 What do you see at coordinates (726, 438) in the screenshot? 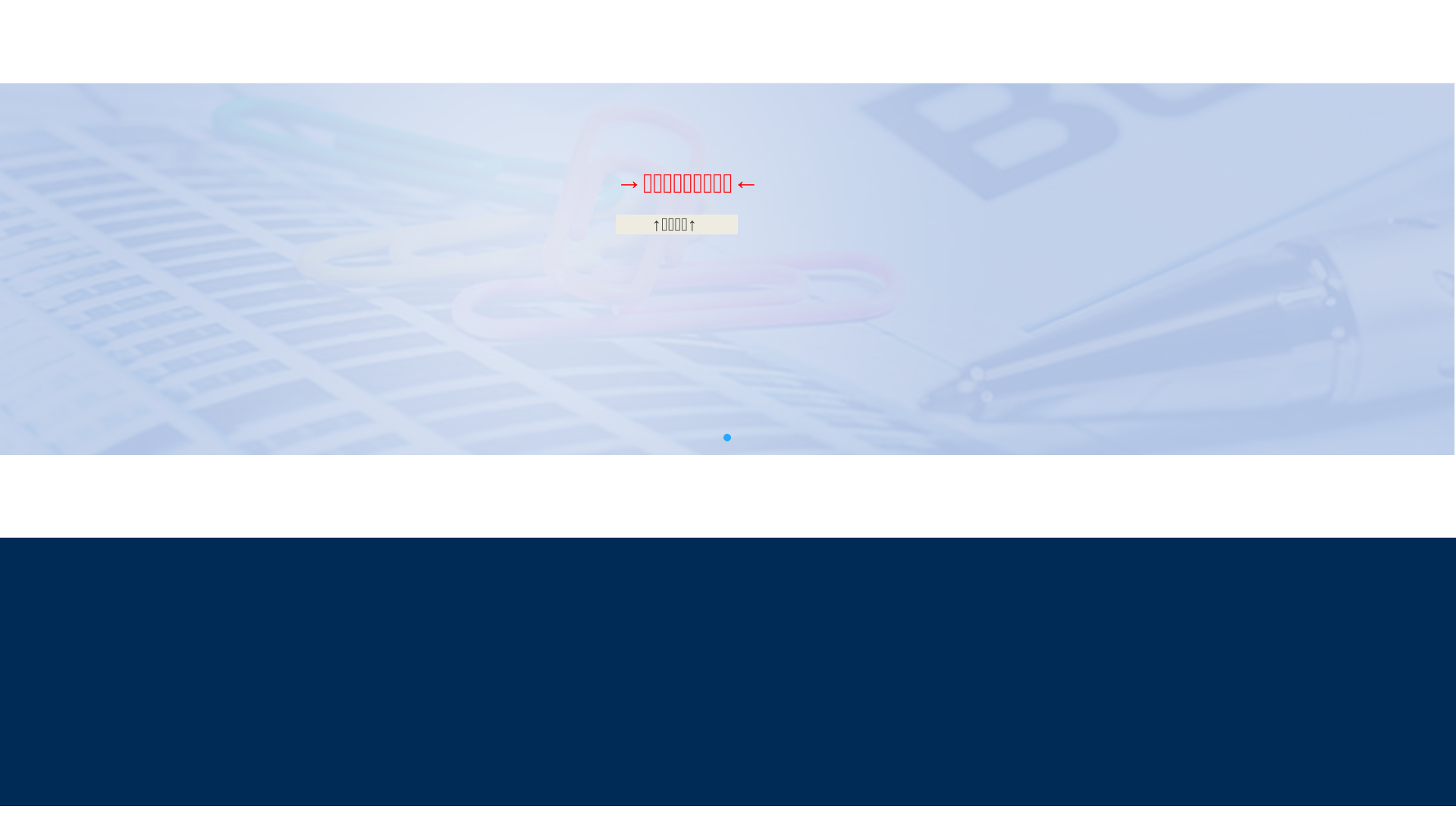
I see `'1'` at bounding box center [726, 438].